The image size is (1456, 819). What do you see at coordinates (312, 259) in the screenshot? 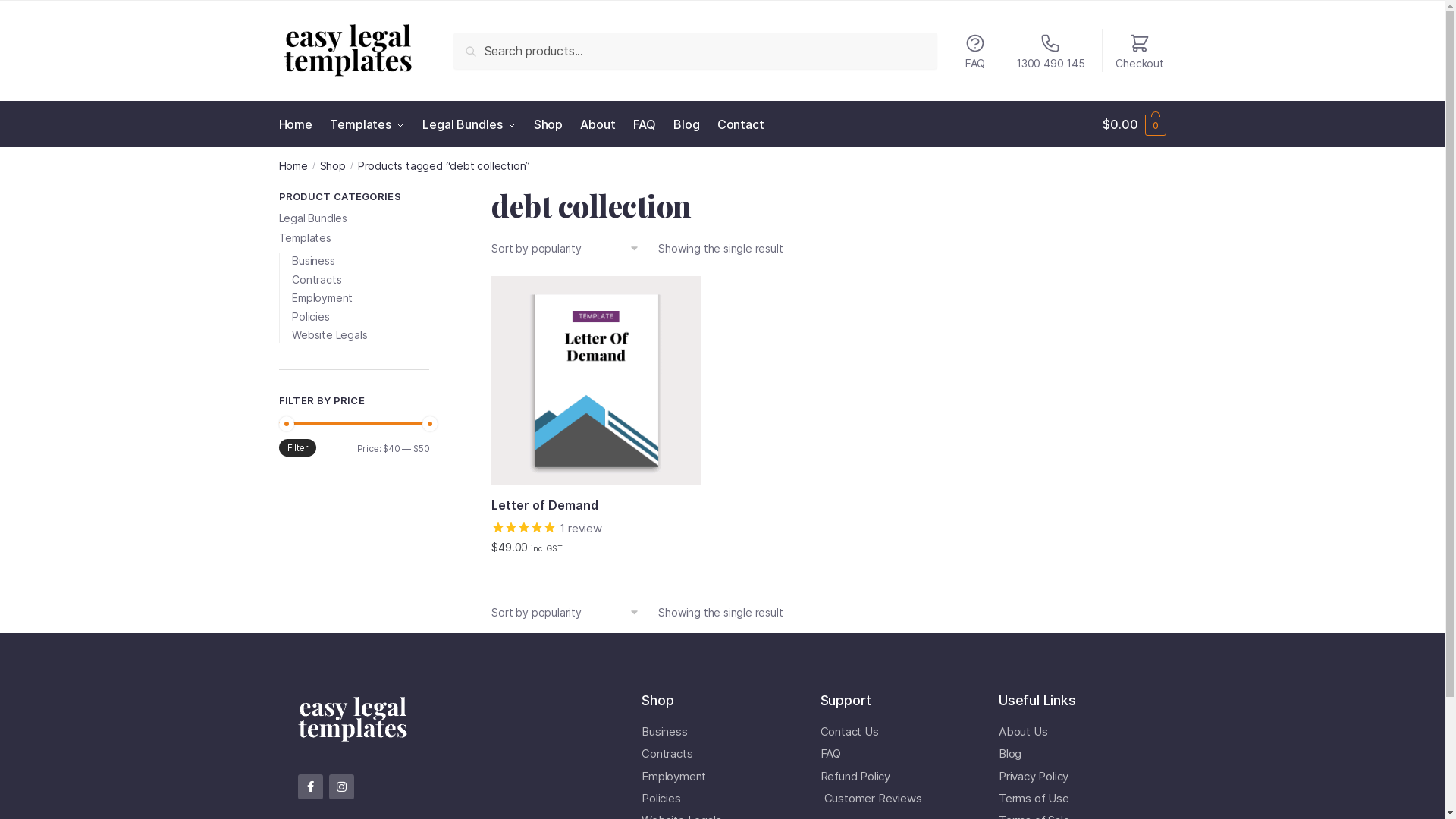
I see `'Business'` at bounding box center [312, 259].